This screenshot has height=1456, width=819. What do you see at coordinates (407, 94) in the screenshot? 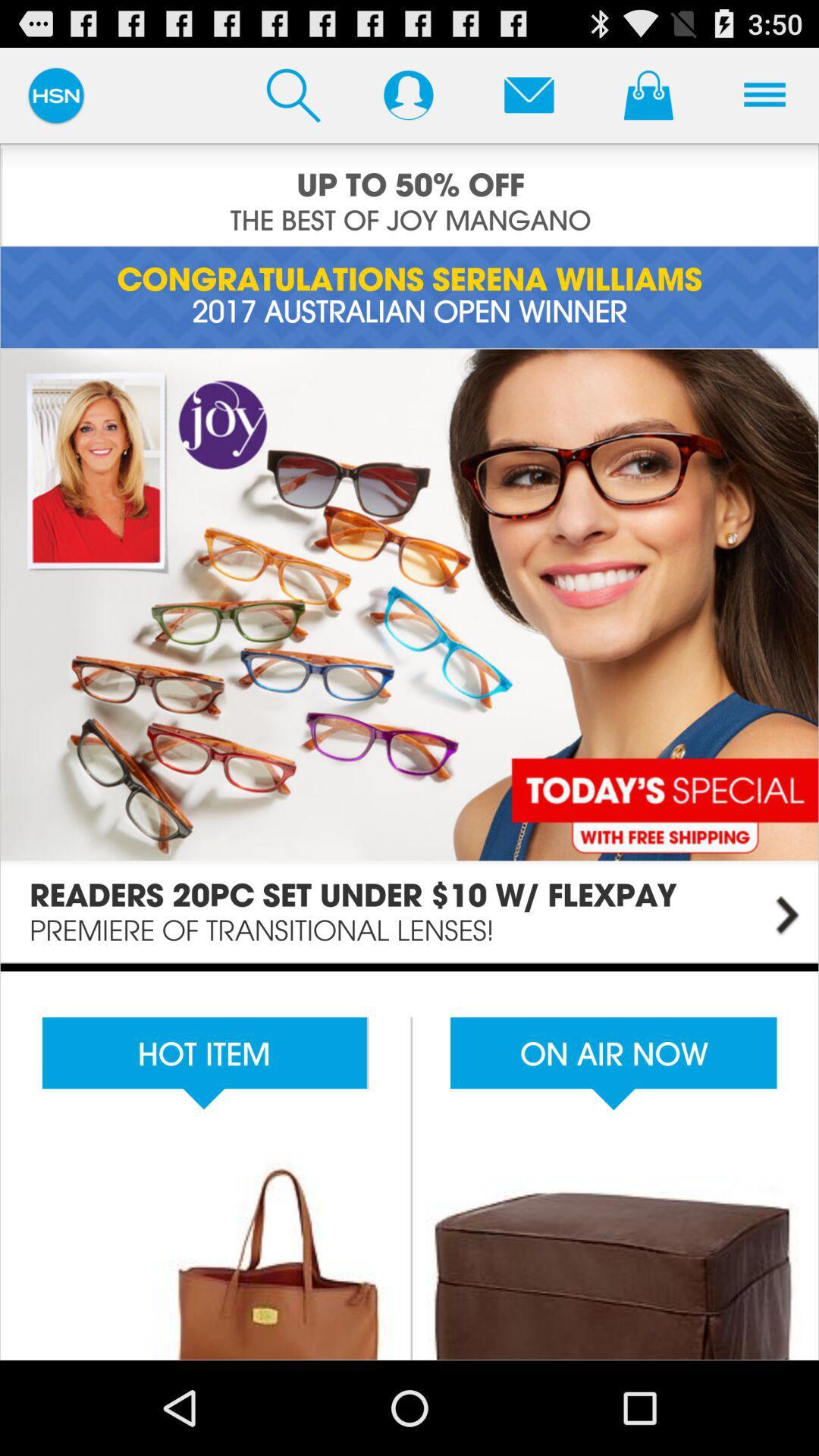
I see `your profile` at bounding box center [407, 94].